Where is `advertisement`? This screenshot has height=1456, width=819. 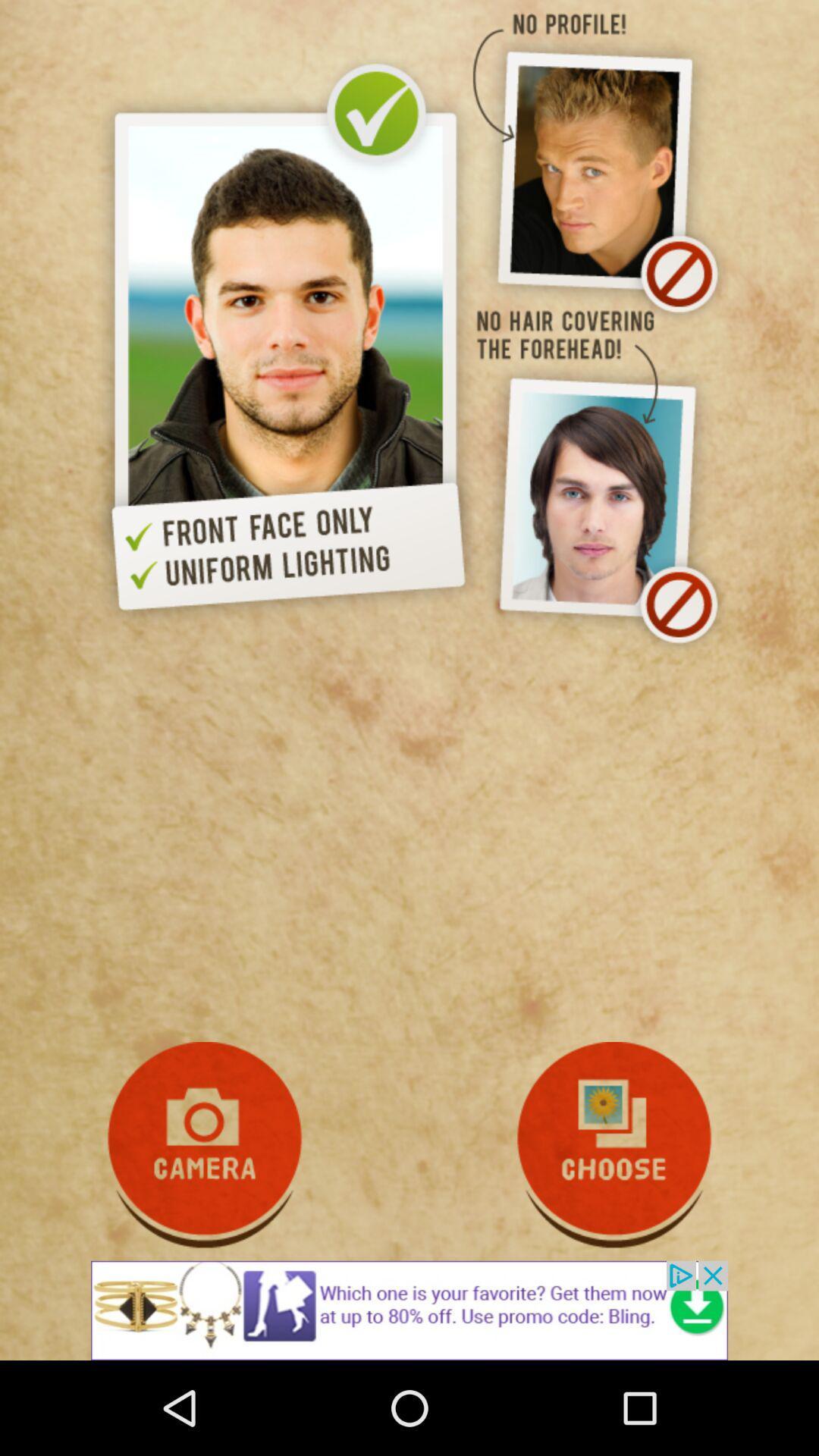 advertisement is located at coordinates (409, 1310).